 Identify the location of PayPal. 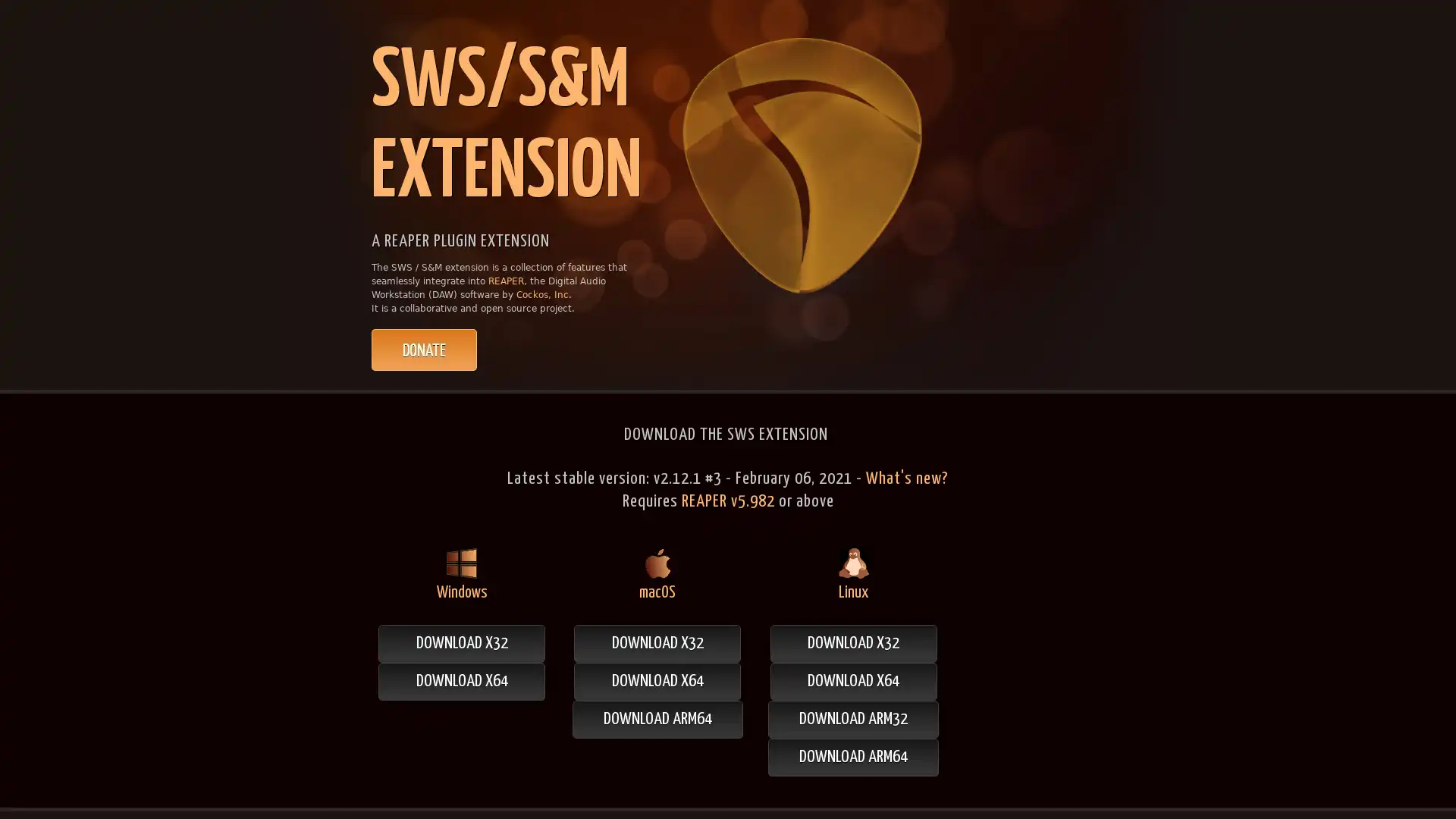
(424, 350).